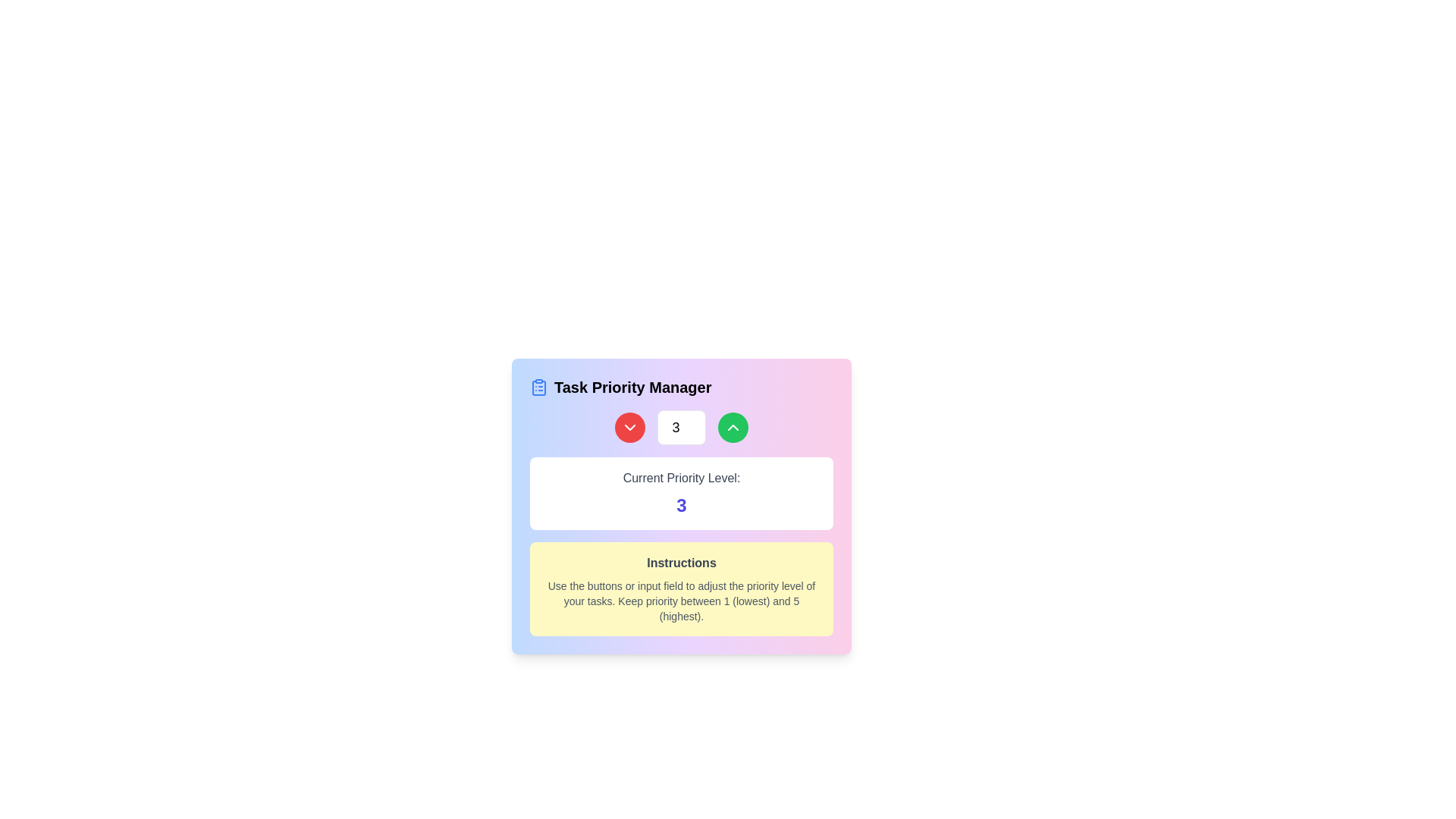  I want to click on the Label with an Icon that serves as the title for managing task priorities, which is positioned at the top of the gradient-colored card interface, so click(680, 386).